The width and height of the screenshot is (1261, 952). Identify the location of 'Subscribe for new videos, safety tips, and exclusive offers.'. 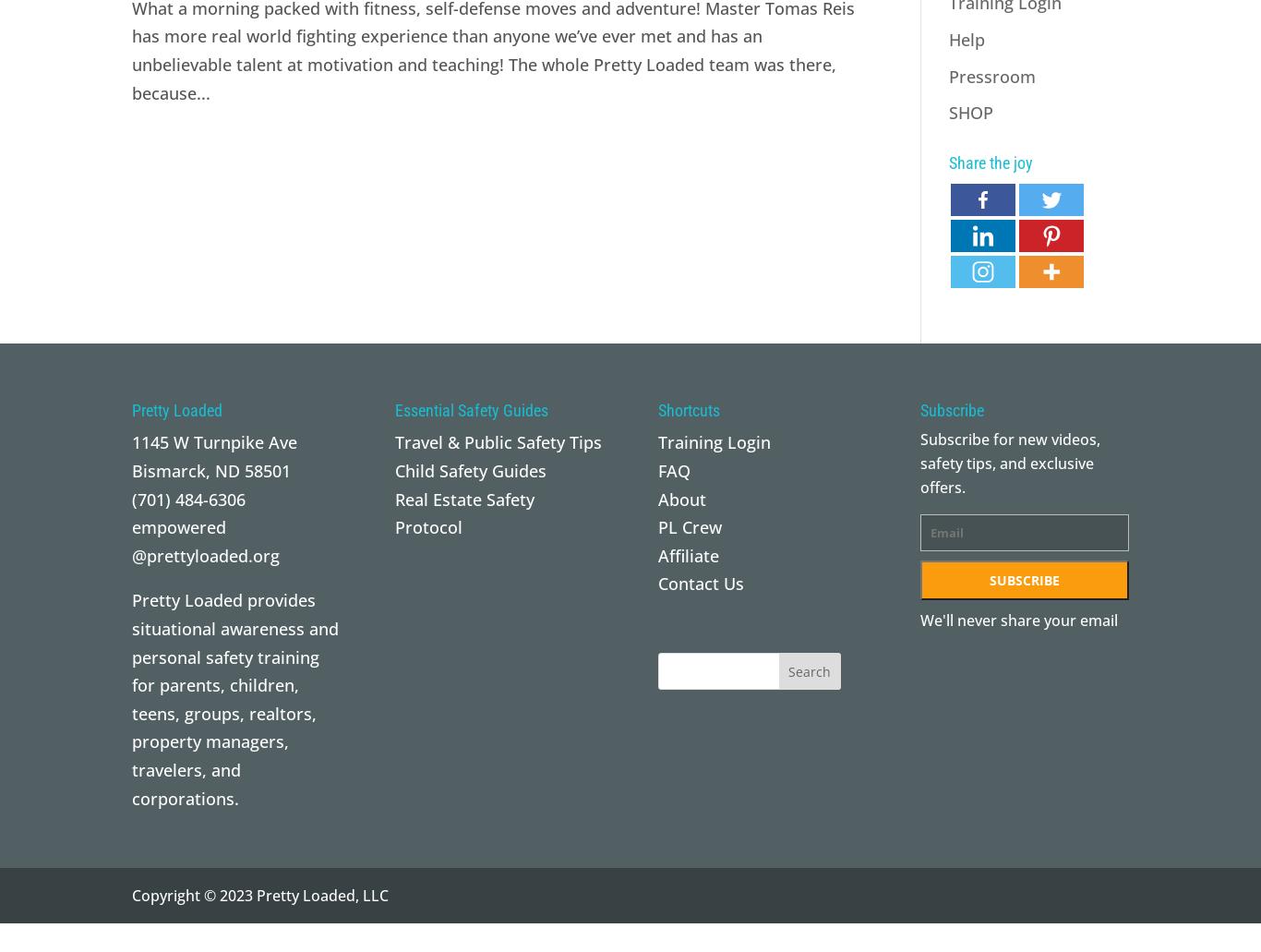
(1009, 463).